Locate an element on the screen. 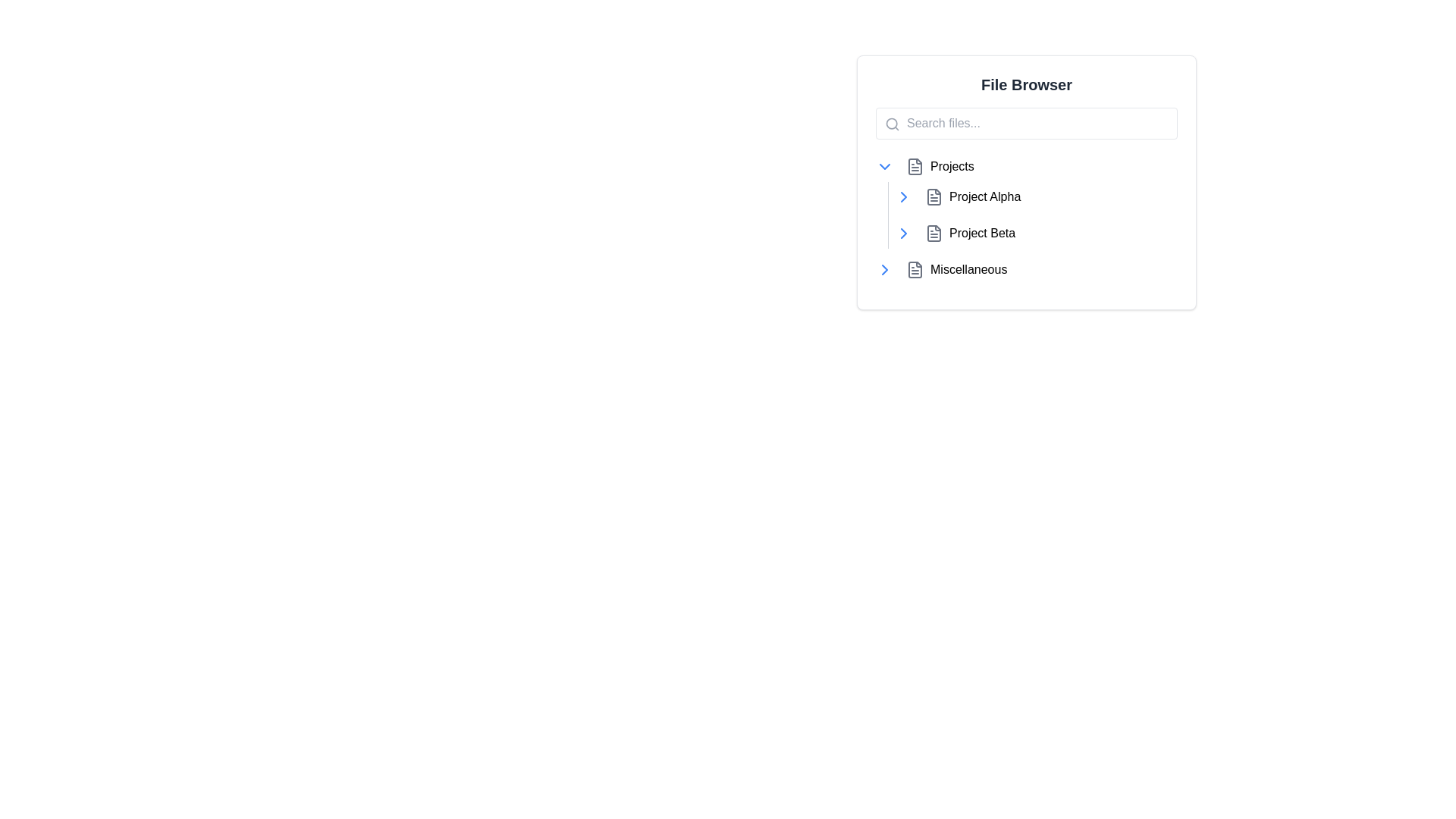 The image size is (1456, 819). the Button with an icon is located at coordinates (884, 166).